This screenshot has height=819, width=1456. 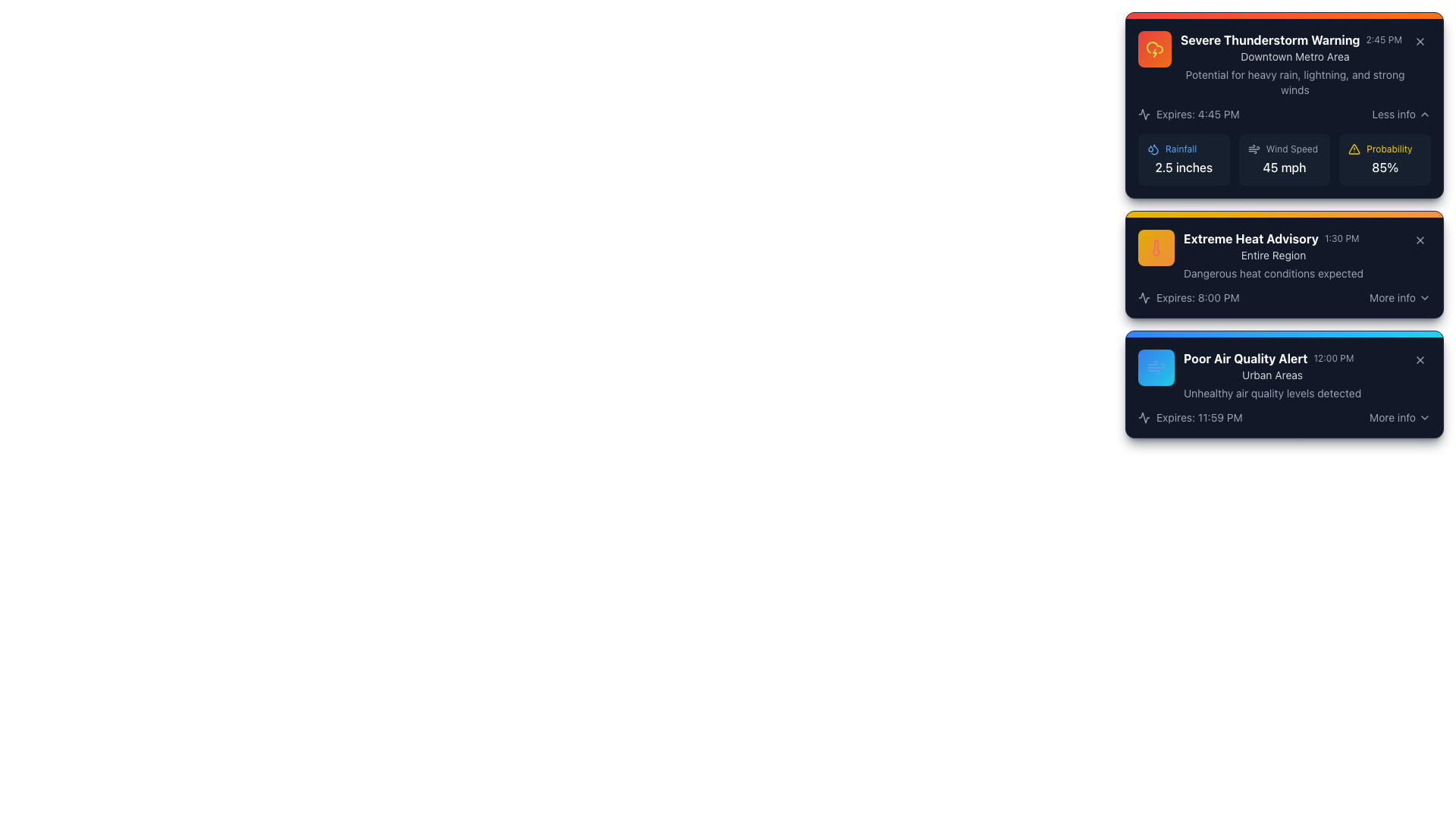 What do you see at coordinates (1144, 113) in the screenshot?
I see `the warning icon located at the top-left corner of the first informational card, near the title 'Severe Thunderstorm Warning.'` at bounding box center [1144, 113].